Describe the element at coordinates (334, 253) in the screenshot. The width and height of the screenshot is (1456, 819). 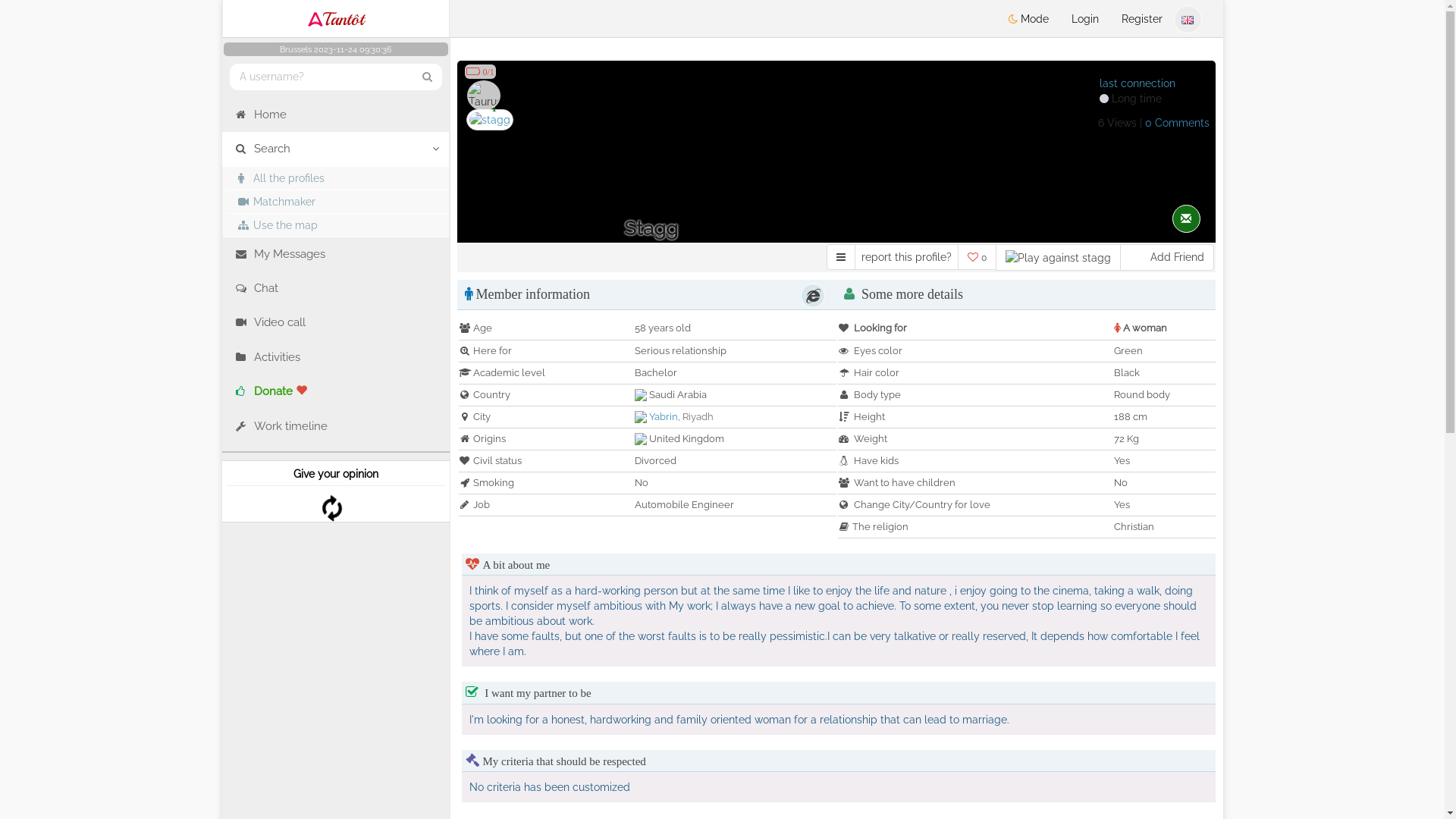
I see `'My Messages'` at that location.